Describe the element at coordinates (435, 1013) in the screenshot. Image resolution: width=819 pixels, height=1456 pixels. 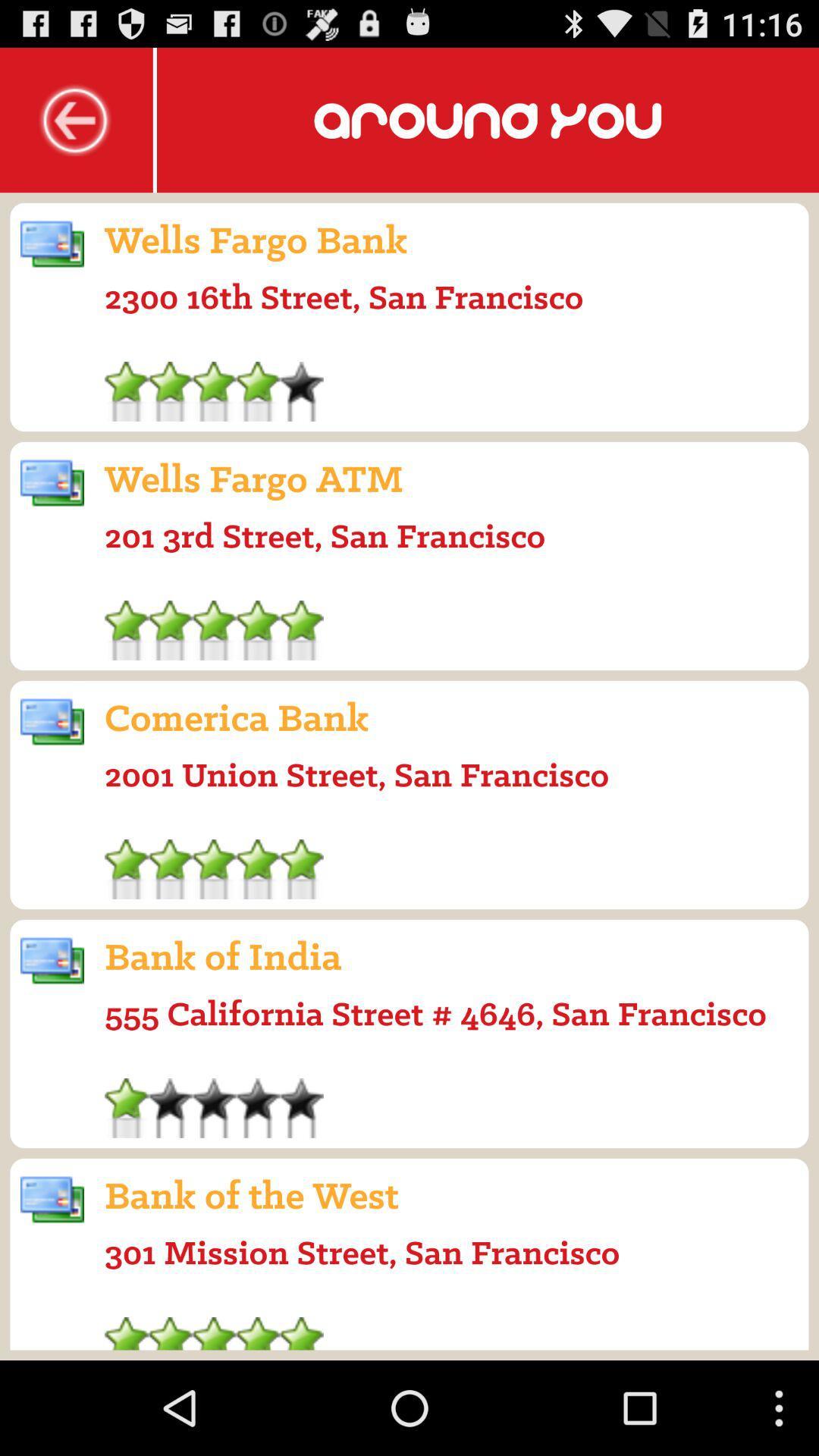
I see `item below bank of india icon` at that location.